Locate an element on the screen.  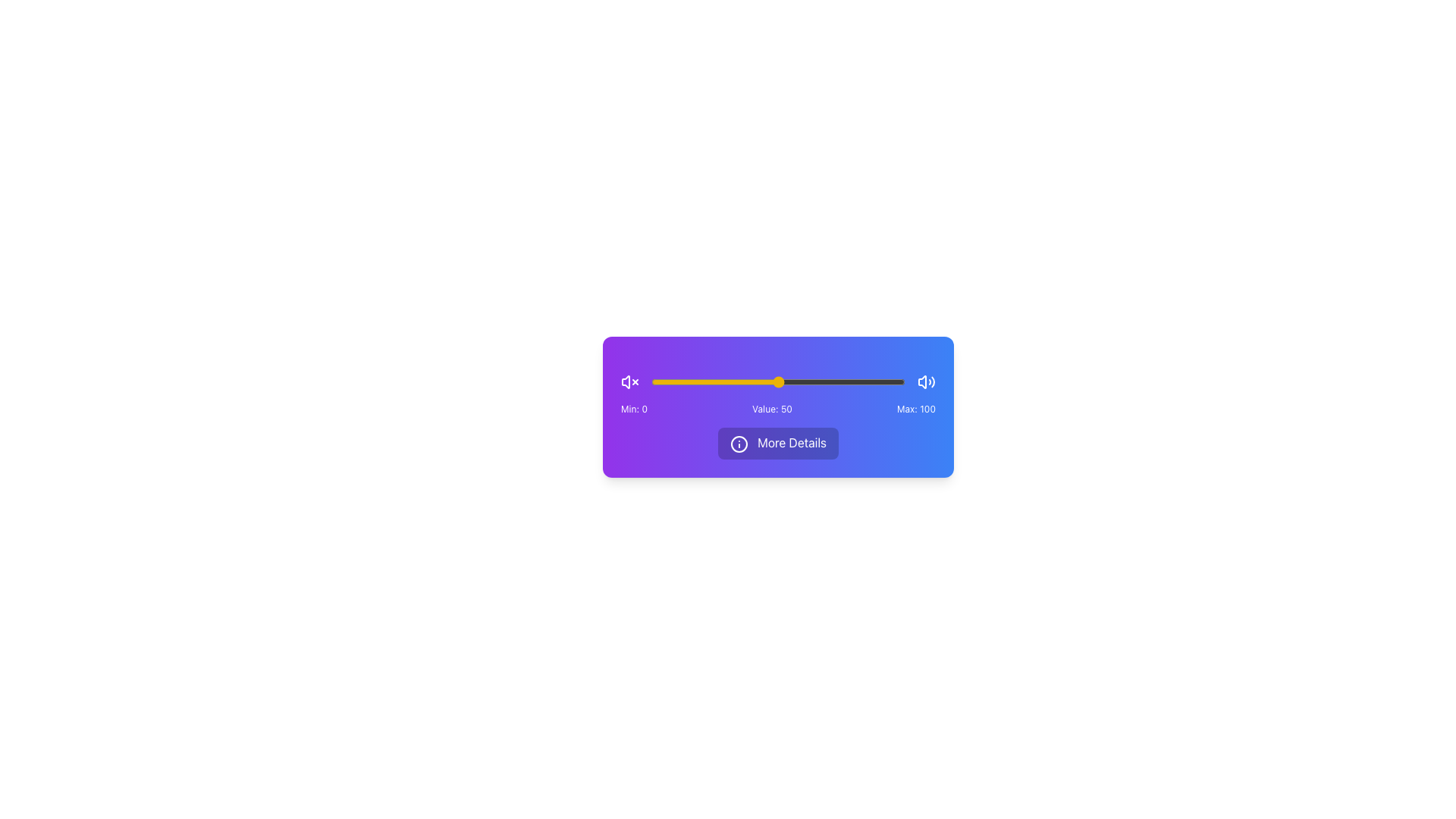
the volume is located at coordinates (701, 381).